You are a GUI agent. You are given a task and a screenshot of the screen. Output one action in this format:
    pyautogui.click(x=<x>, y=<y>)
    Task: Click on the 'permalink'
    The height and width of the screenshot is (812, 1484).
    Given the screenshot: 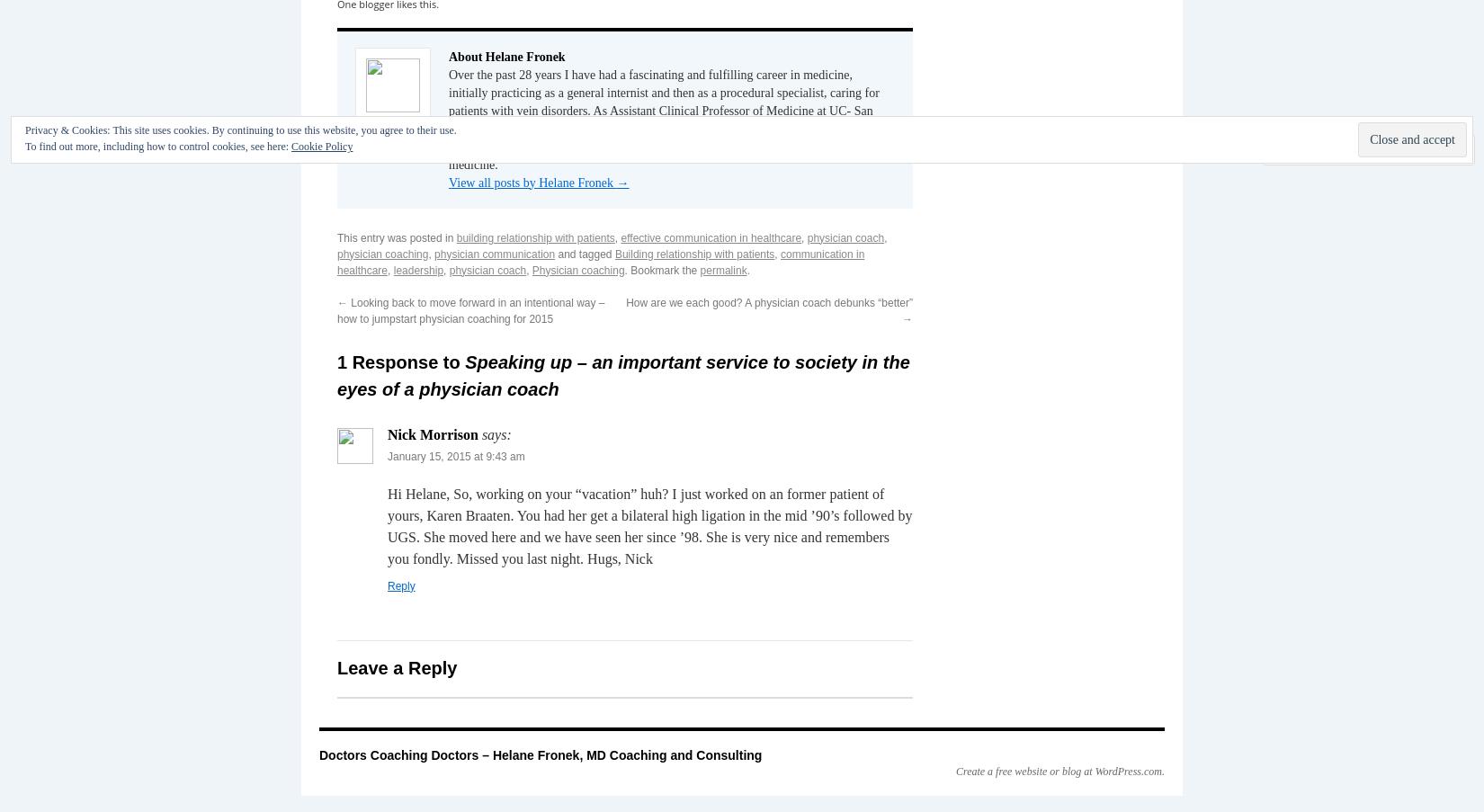 What is the action you would take?
    pyautogui.click(x=722, y=268)
    